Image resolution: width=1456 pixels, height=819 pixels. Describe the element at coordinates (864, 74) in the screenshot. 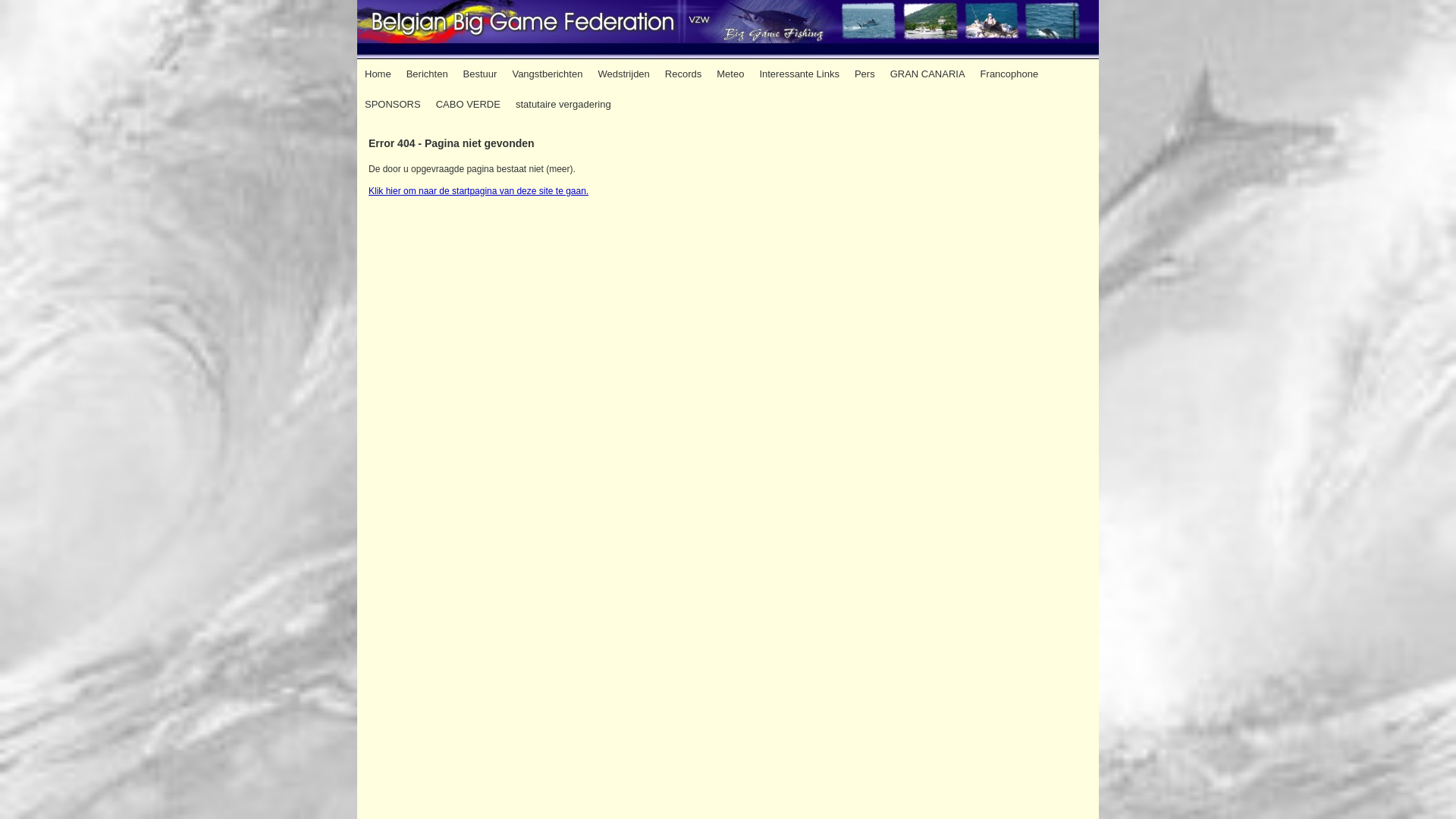

I see `'Pers'` at that location.